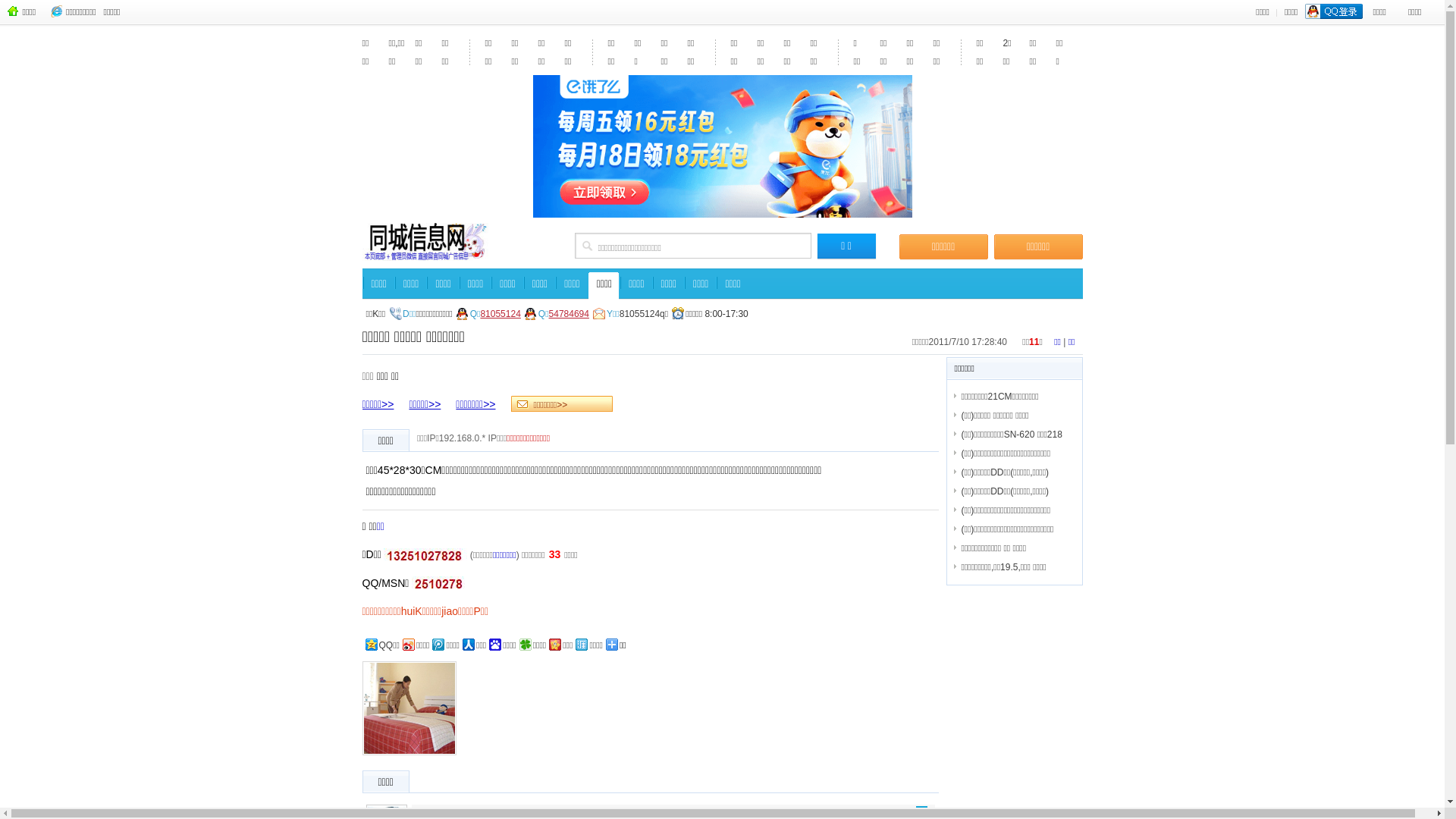  I want to click on '54784694', so click(568, 312).